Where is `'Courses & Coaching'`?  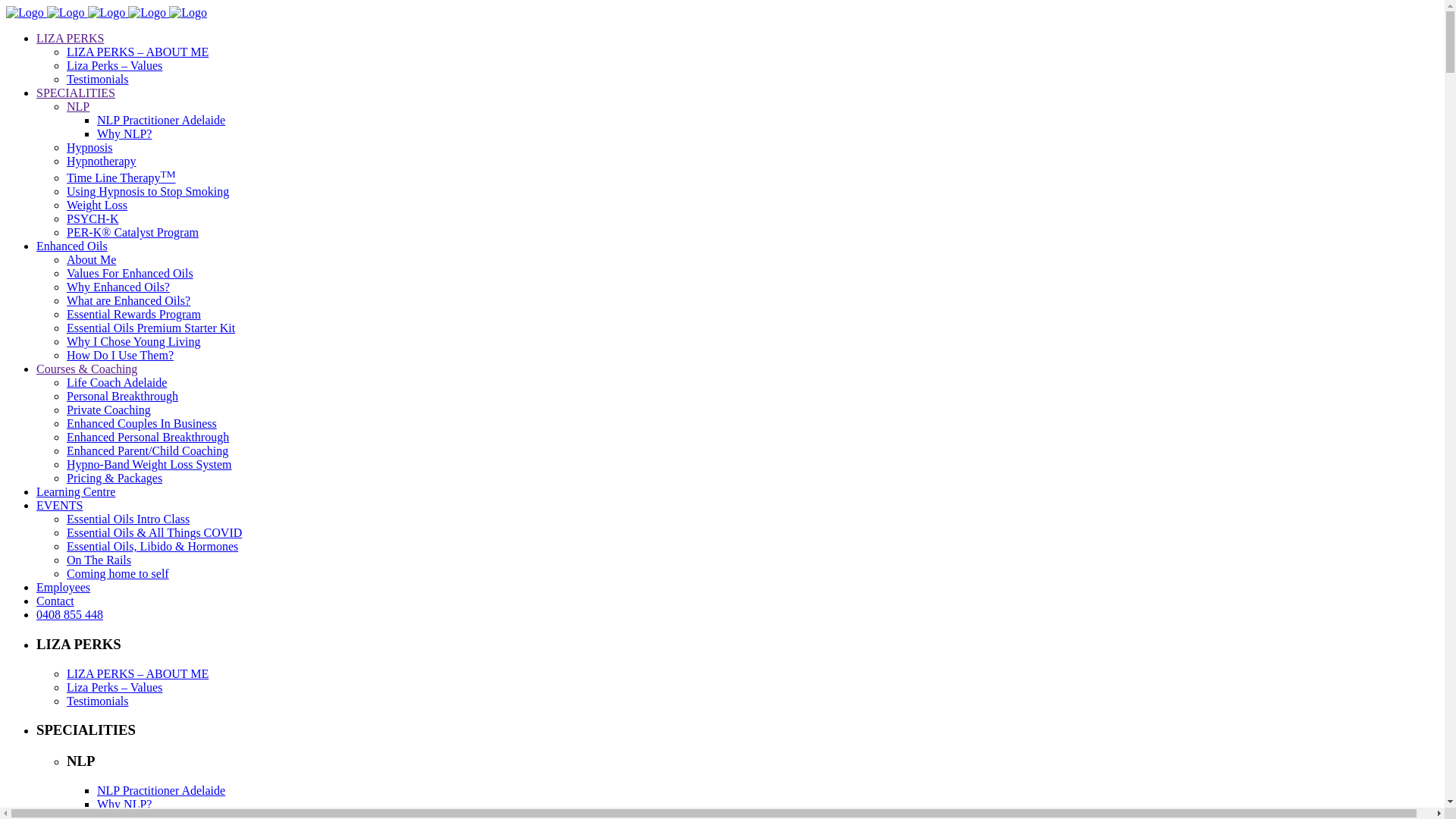 'Courses & Coaching' is located at coordinates (86, 369).